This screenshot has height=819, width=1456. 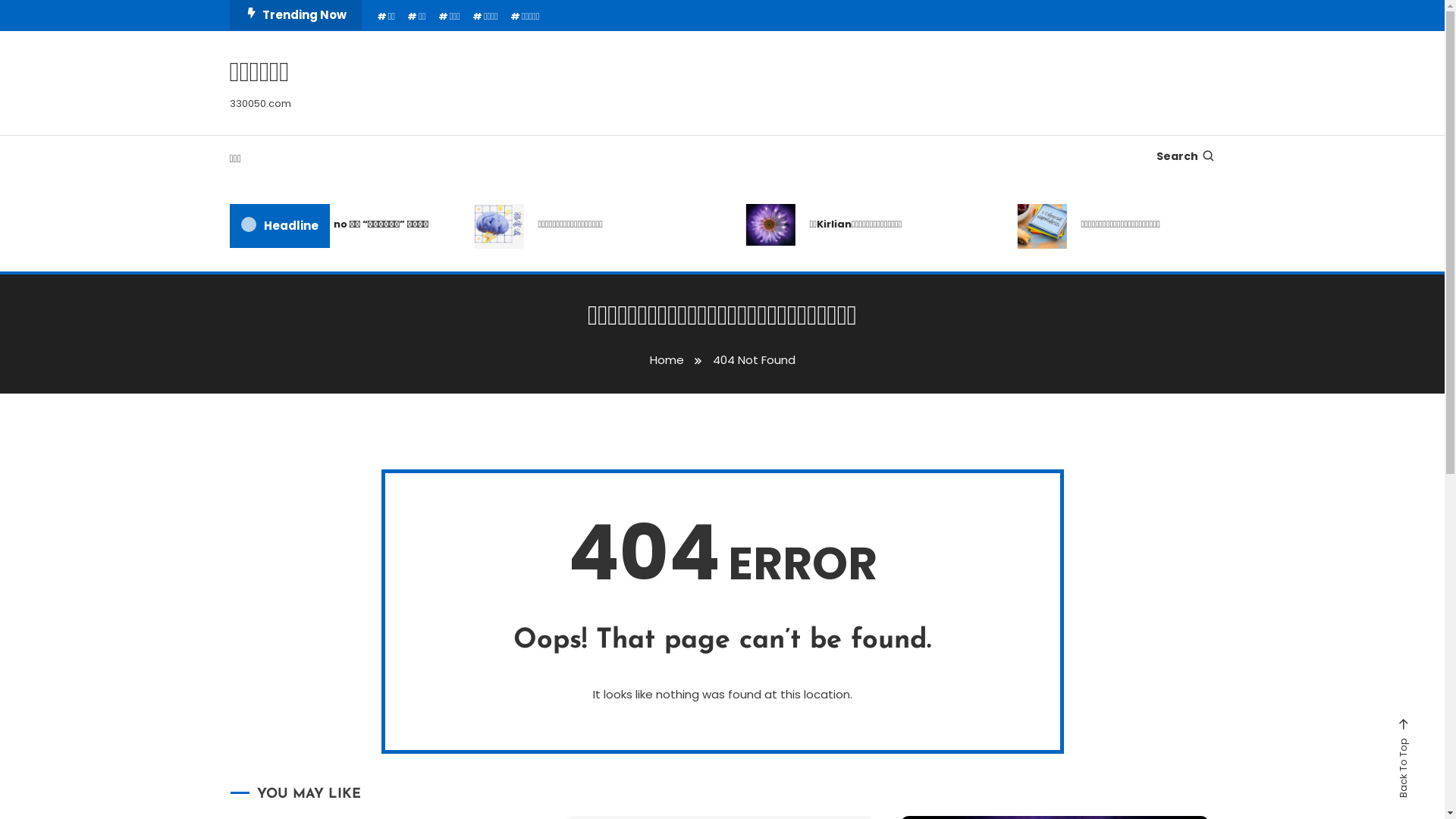 I want to click on 'Search', so click(x=770, y=435).